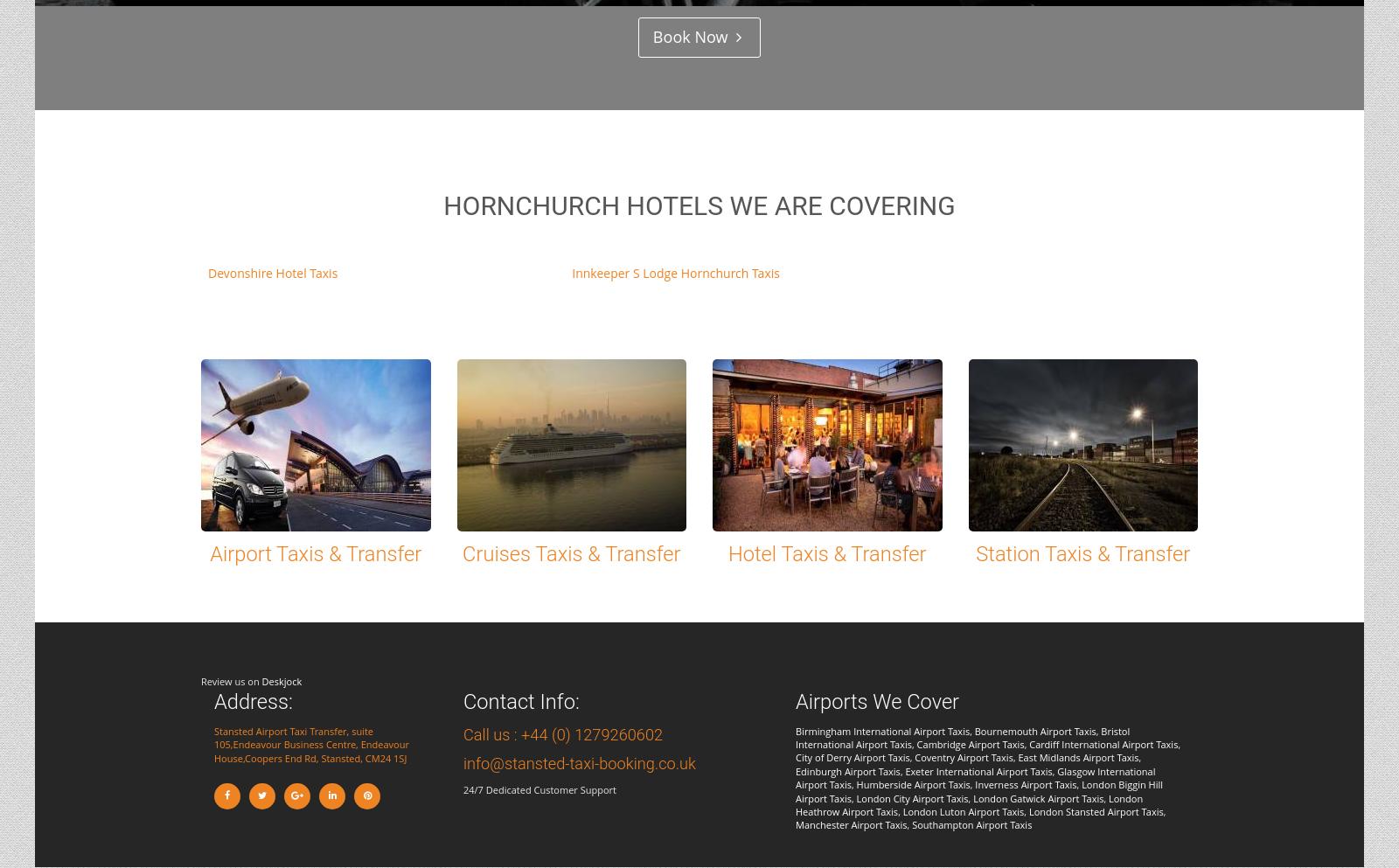 The height and width of the screenshot is (868, 1399). What do you see at coordinates (979, 791) in the screenshot?
I see `'London Biggin Hill Airport Taxis'` at bounding box center [979, 791].